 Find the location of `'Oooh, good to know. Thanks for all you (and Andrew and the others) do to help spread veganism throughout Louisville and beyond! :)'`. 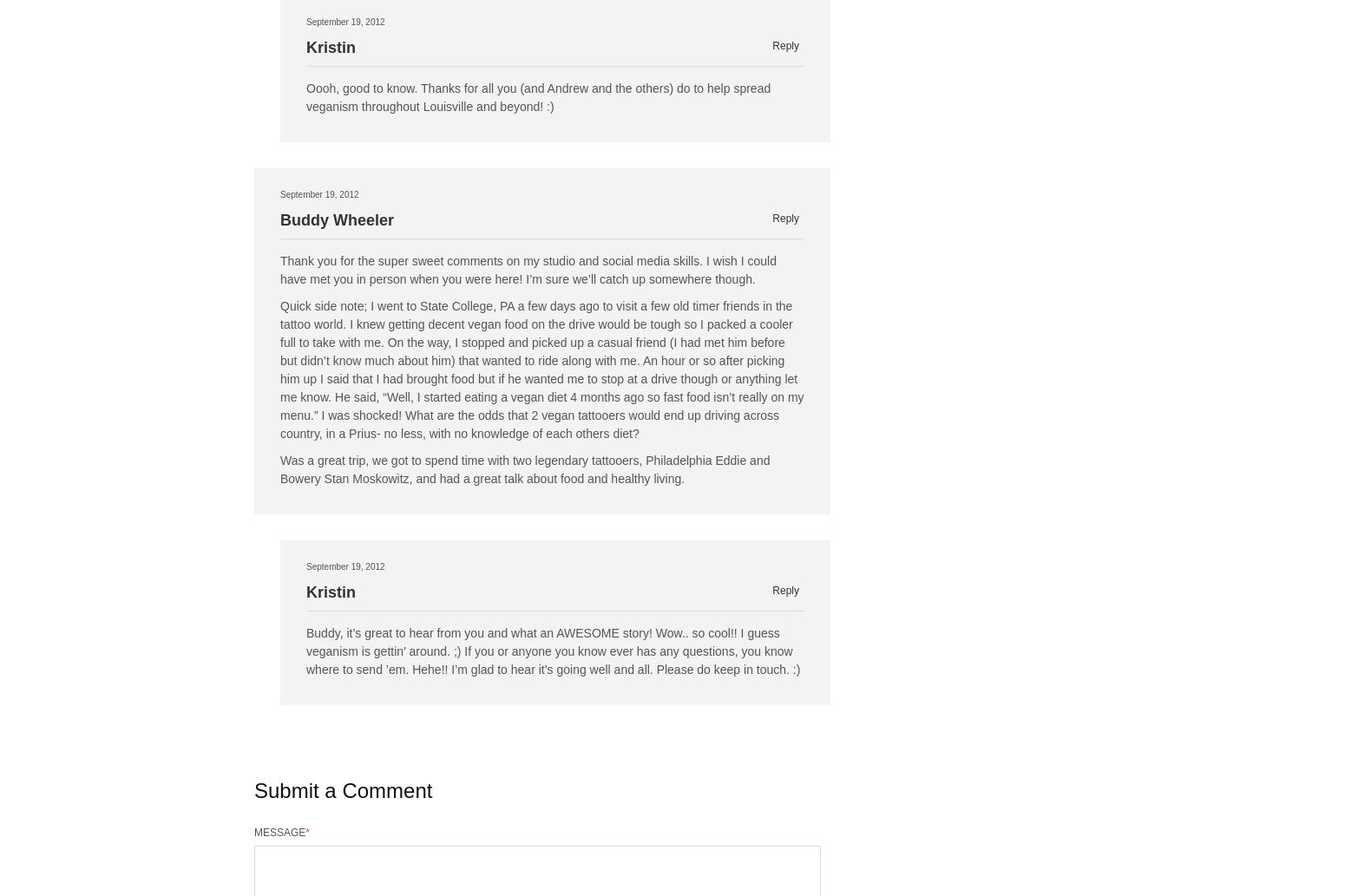

'Oooh, good to know. Thanks for all you (and Andrew and the others) do to help spread veganism throughout Louisville and beyond! :)' is located at coordinates (538, 97).